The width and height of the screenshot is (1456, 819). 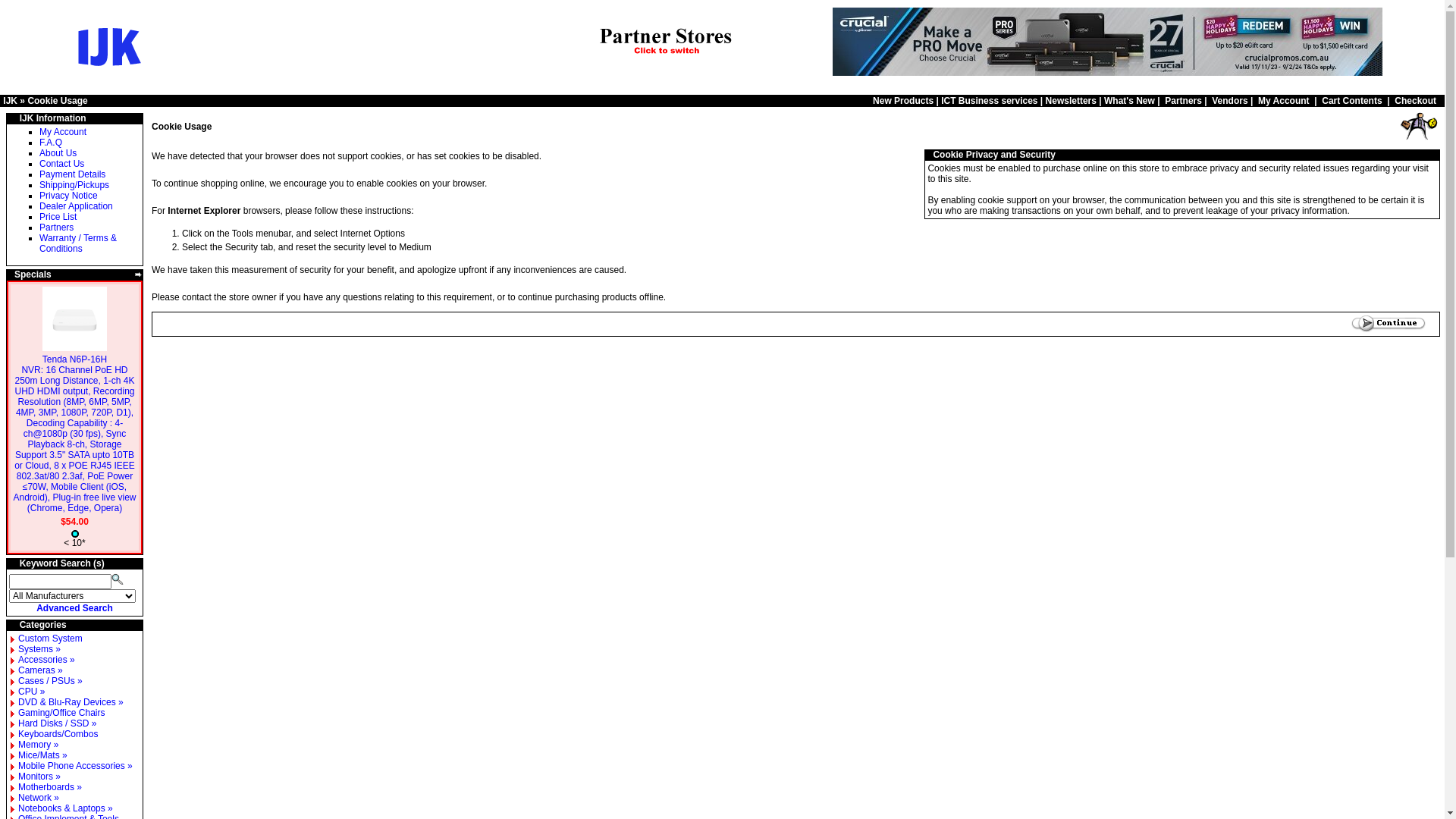 What do you see at coordinates (39, 143) in the screenshot?
I see `'F.A.Q'` at bounding box center [39, 143].